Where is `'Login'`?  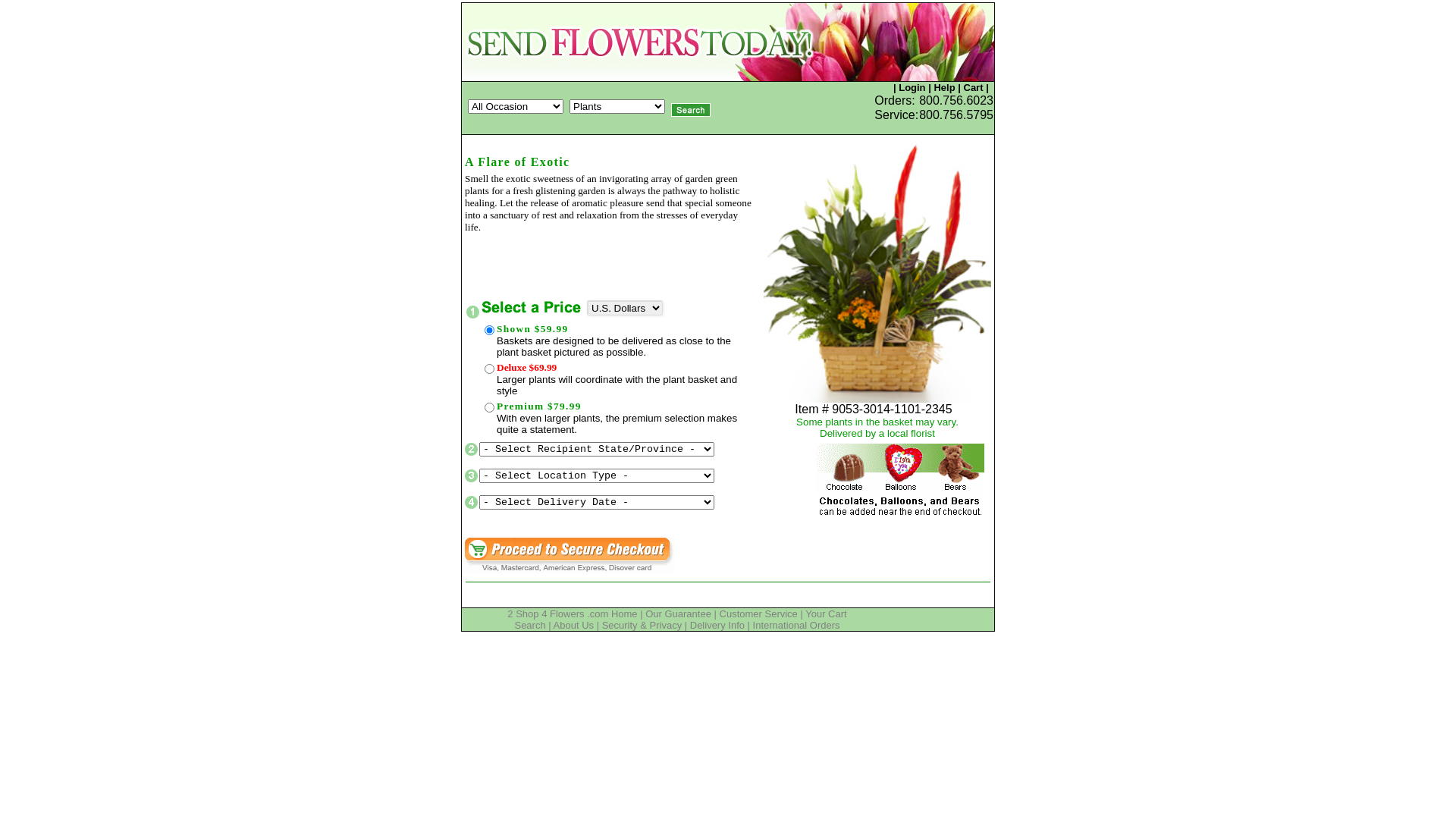 'Login' is located at coordinates (911, 87).